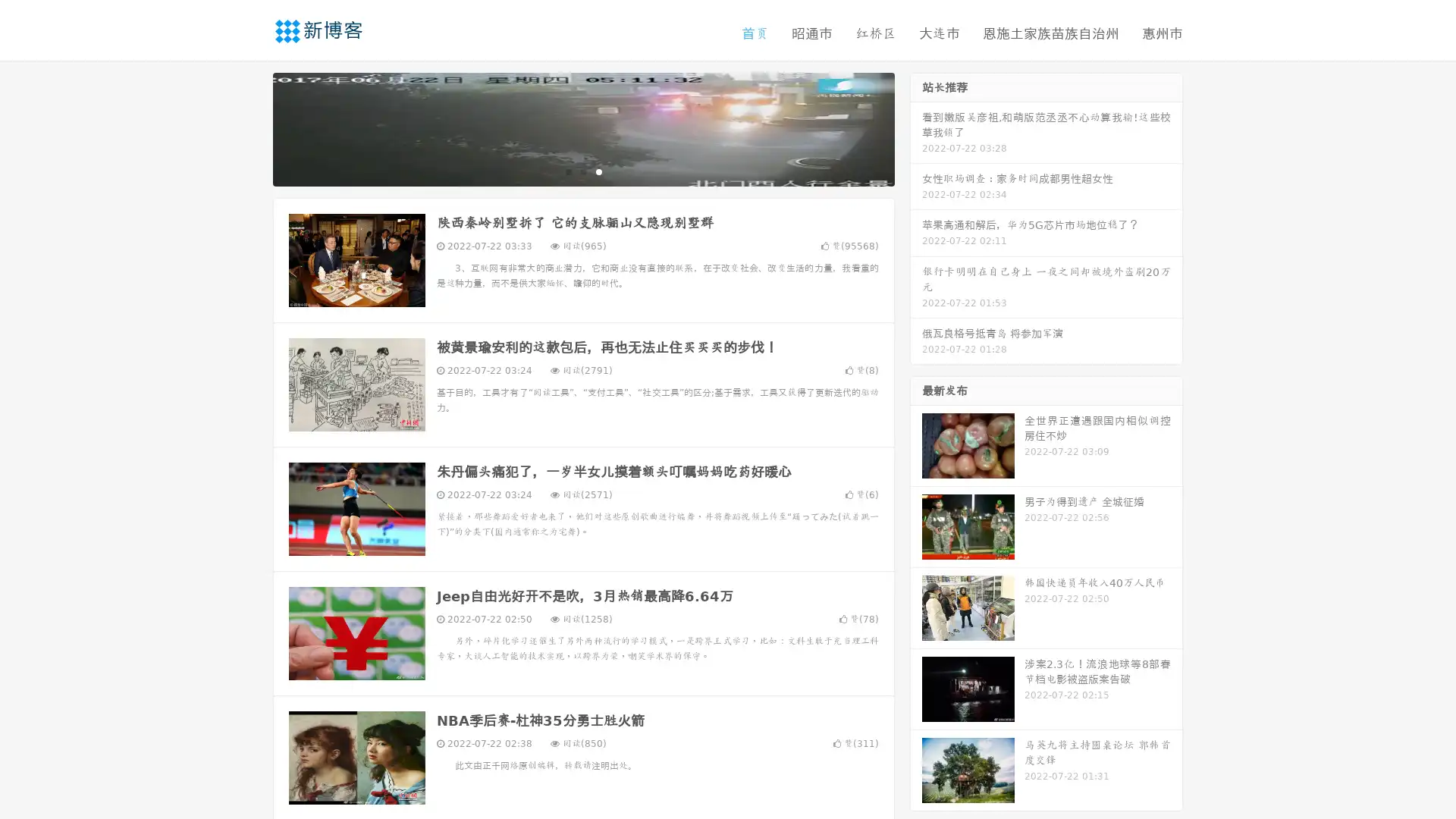 The height and width of the screenshot is (819, 1456). What do you see at coordinates (582, 171) in the screenshot?
I see `Go to slide 2` at bounding box center [582, 171].